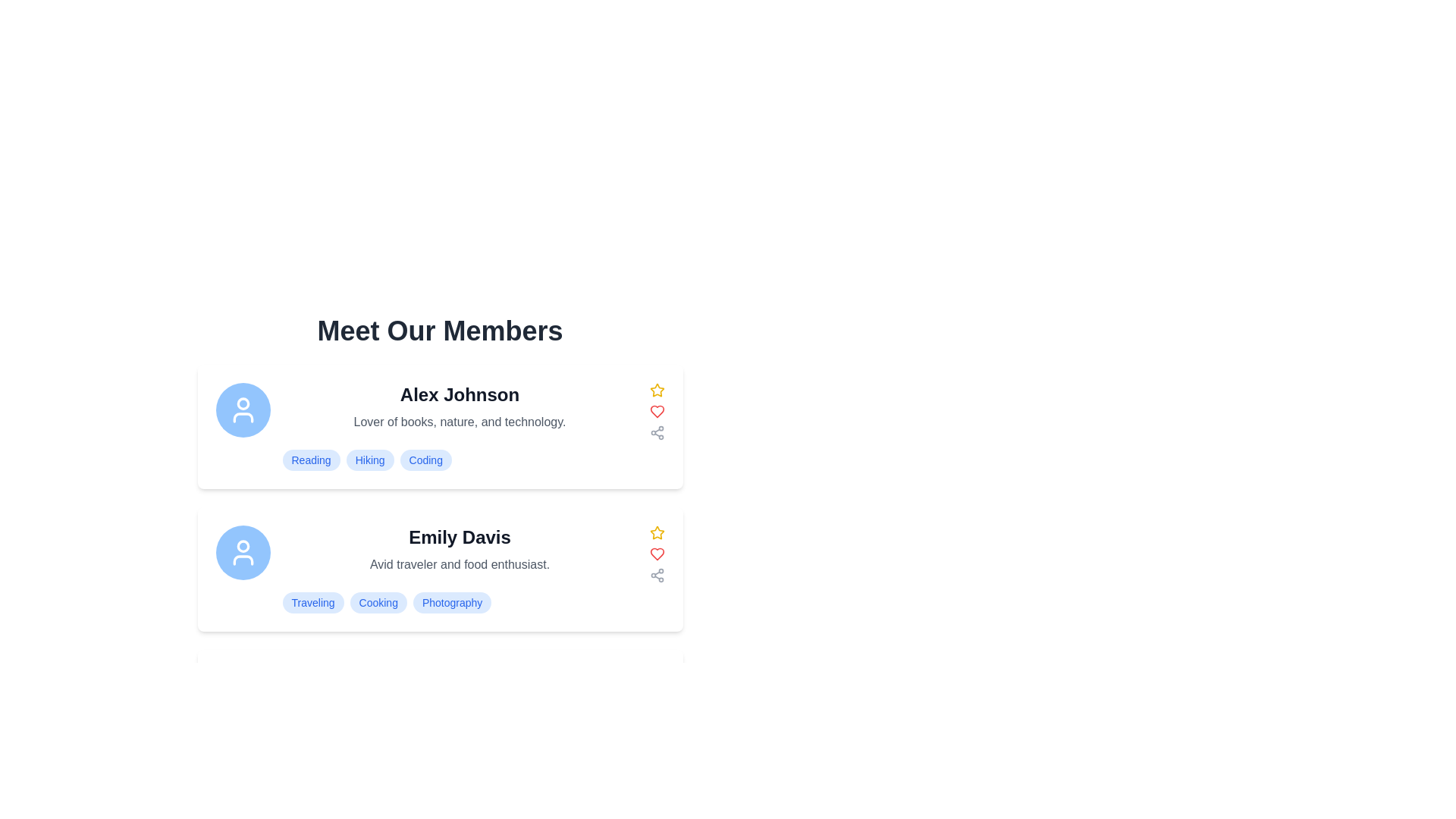 Image resolution: width=1456 pixels, height=819 pixels. I want to click on the share icon for the profile of Alex Johnson, so click(657, 432).